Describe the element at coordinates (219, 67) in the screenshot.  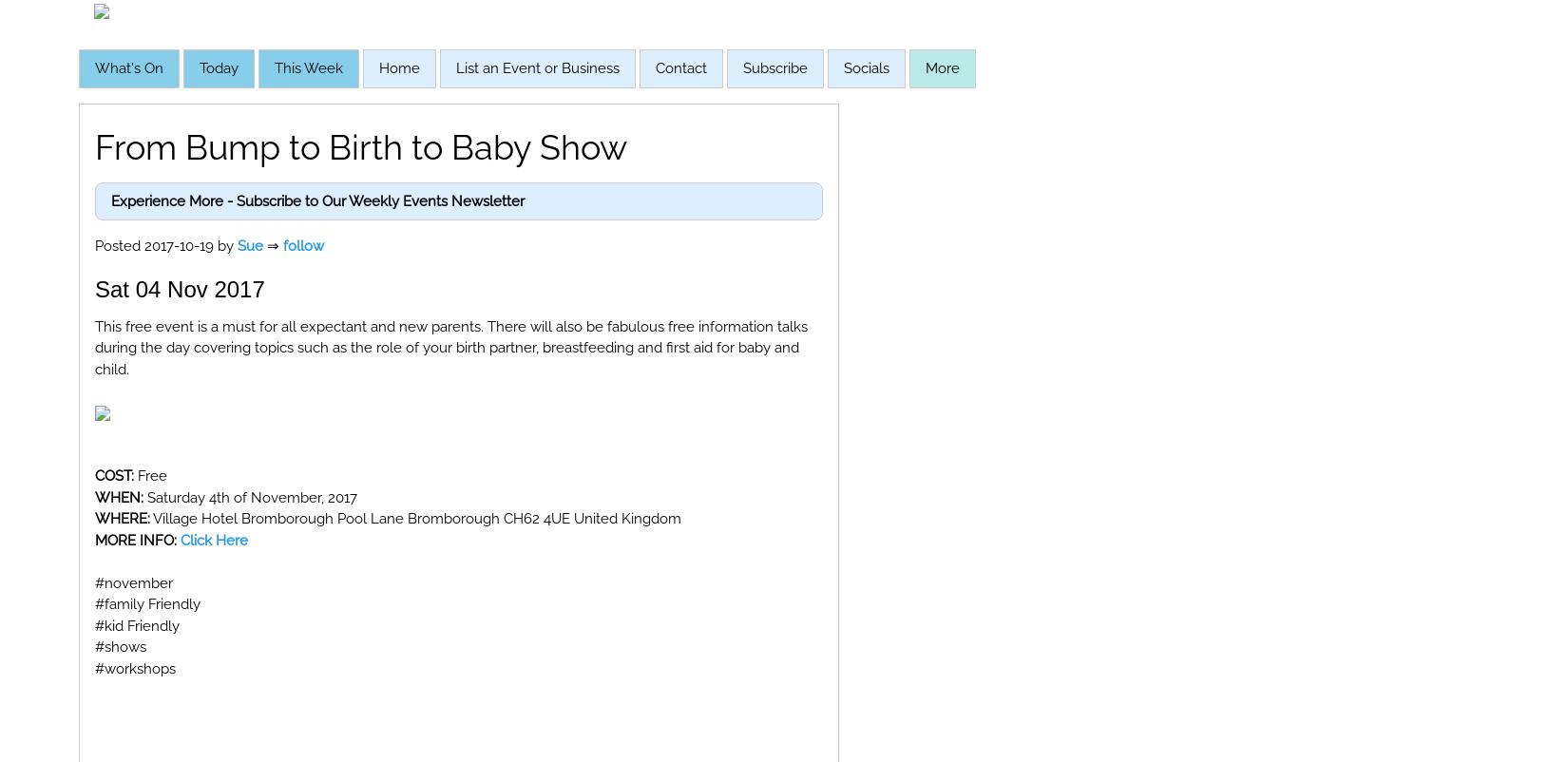
I see `'Today'` at that location.